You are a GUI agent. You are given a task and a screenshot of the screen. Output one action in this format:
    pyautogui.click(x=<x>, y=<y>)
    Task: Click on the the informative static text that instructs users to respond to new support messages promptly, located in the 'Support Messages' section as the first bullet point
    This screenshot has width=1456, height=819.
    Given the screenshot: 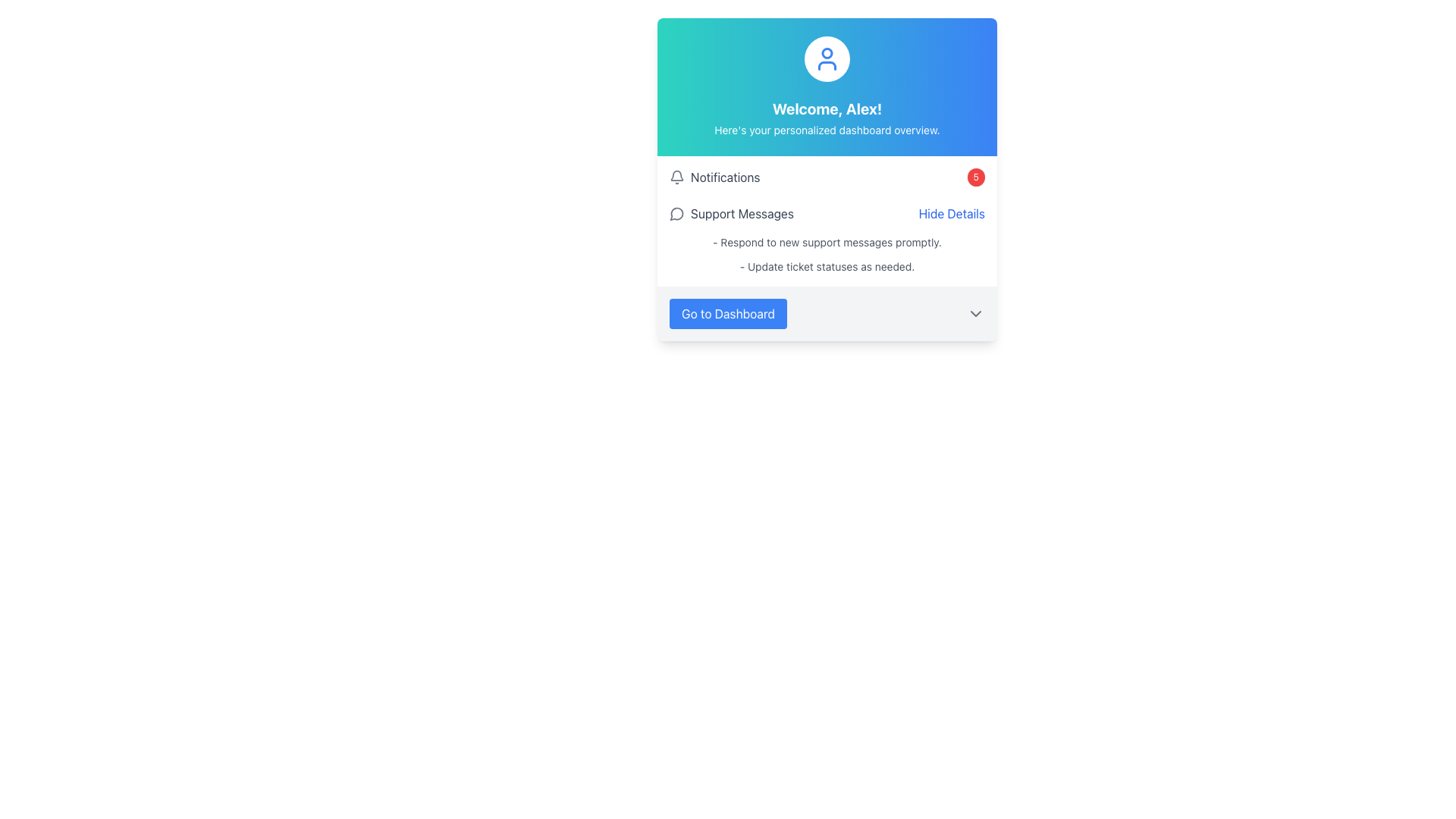 What is the action you would take?
    pyautogui.click(x=826, y=242)
    